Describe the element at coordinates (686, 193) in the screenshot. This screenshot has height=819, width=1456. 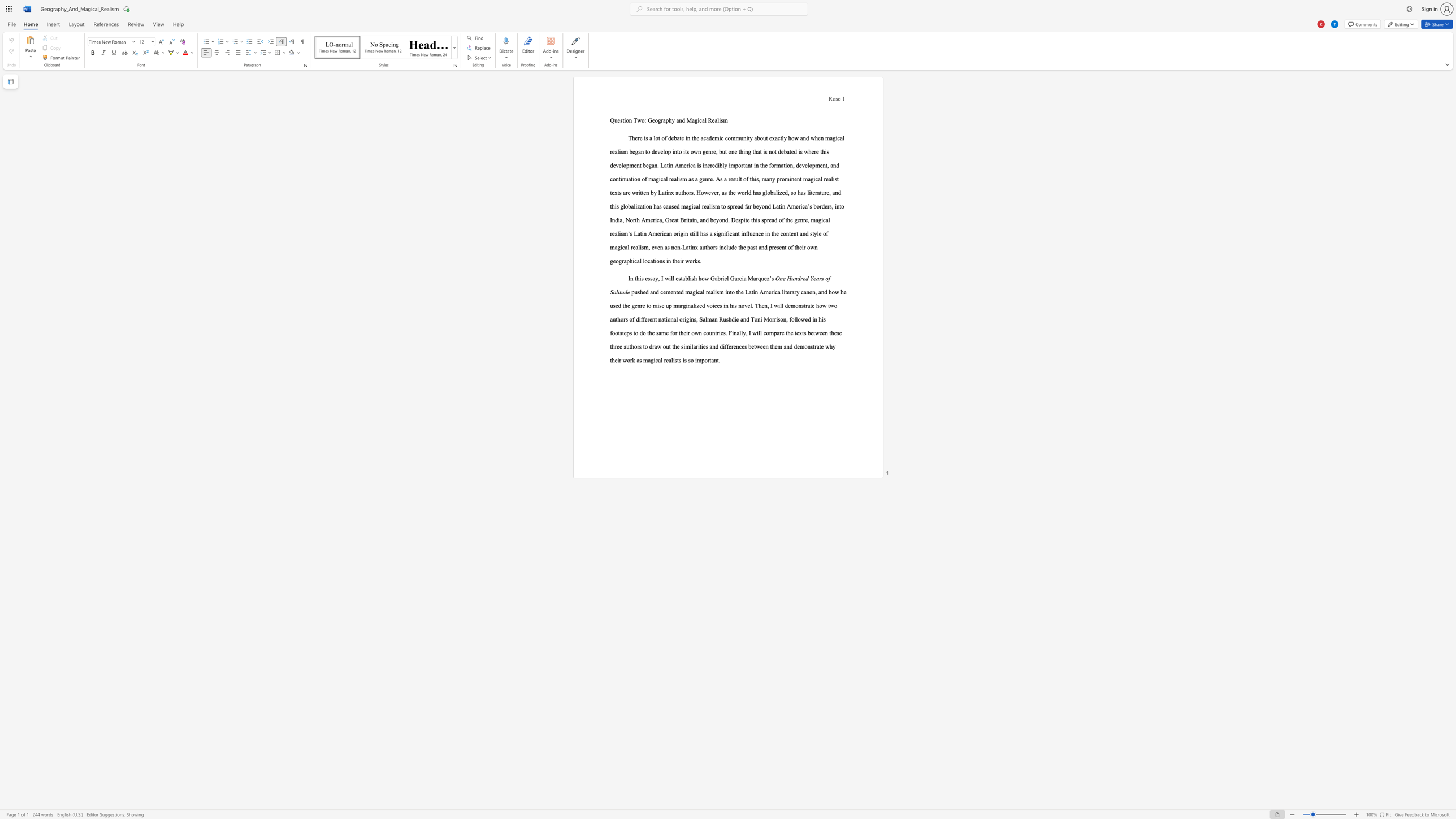
I see `the subset text "ors. However, as the world has globalized, so has literature, and this globalization ha" within the text "There is a lot of debate in the academic community about exactly how and when magical realism began to develop into its own genre, but one thing that is not debated is where this development began. Latin America is incredibly important in the formation, development, and continuation of magical realism as a genre. As a result of this, many prominent magical realist texts are written by Latinx authors. However, as the world has globalized, so has literature, and this globalization has caused magical realism to spread far beyond Latin America’s borders, into India, North America, Great Britain, and beyond. Despite this spread of the genre, magical realism’s Latin American origin still has a"` at that location.